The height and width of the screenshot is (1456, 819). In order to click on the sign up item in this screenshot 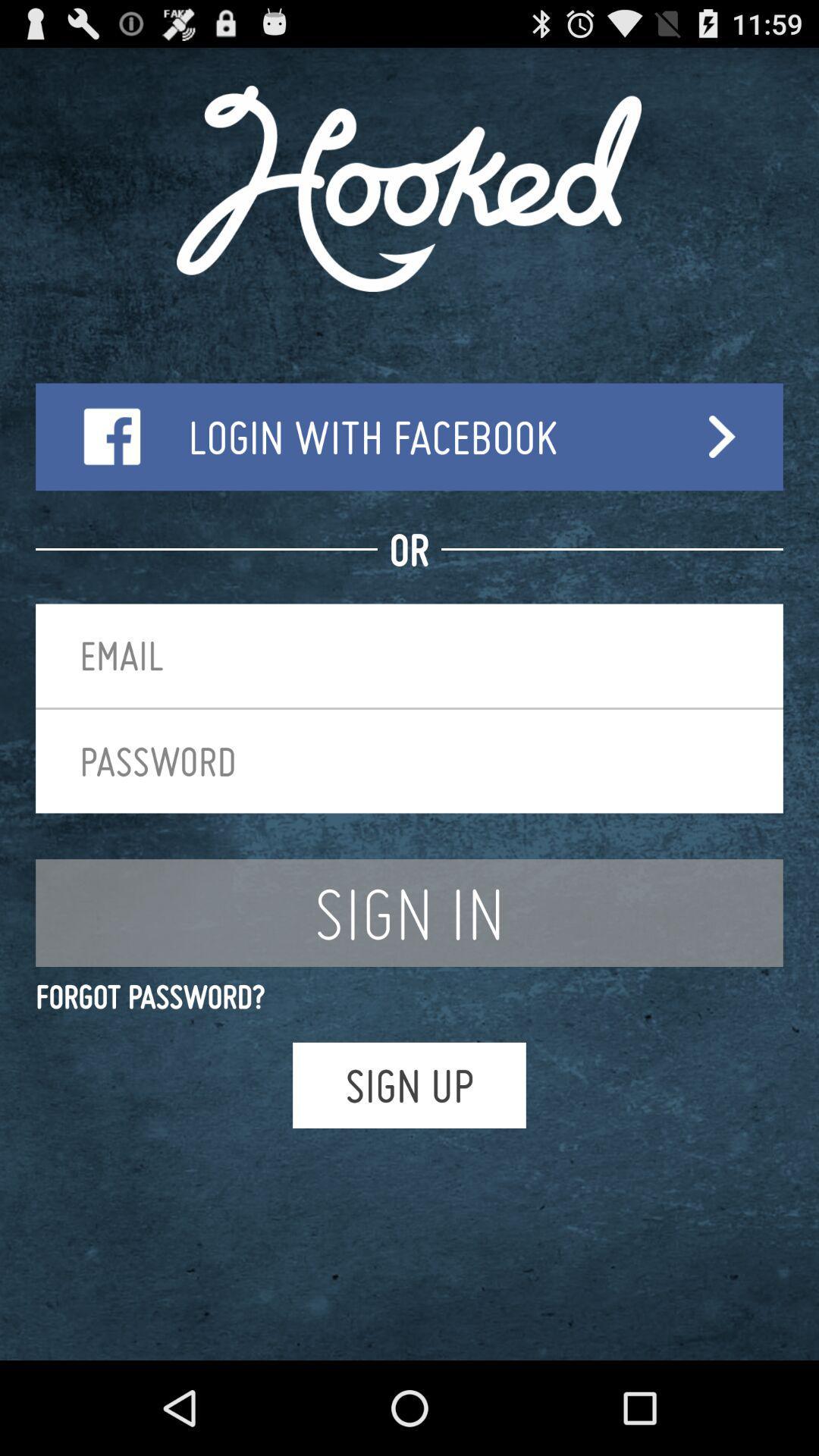, I will do `click(409, 1084)`.